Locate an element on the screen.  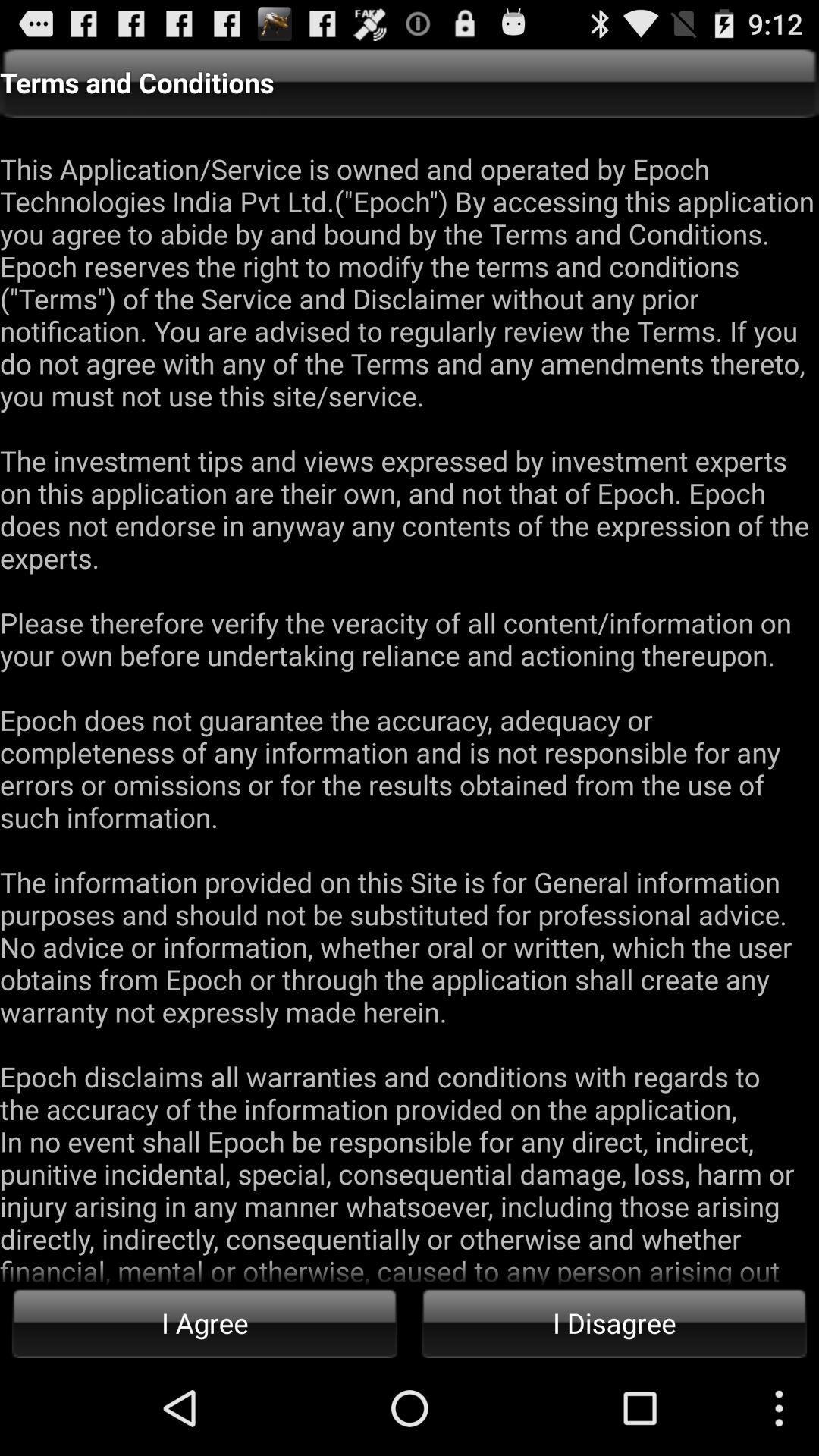
the icon below this application service icon is located at coordinates (205, 1322).